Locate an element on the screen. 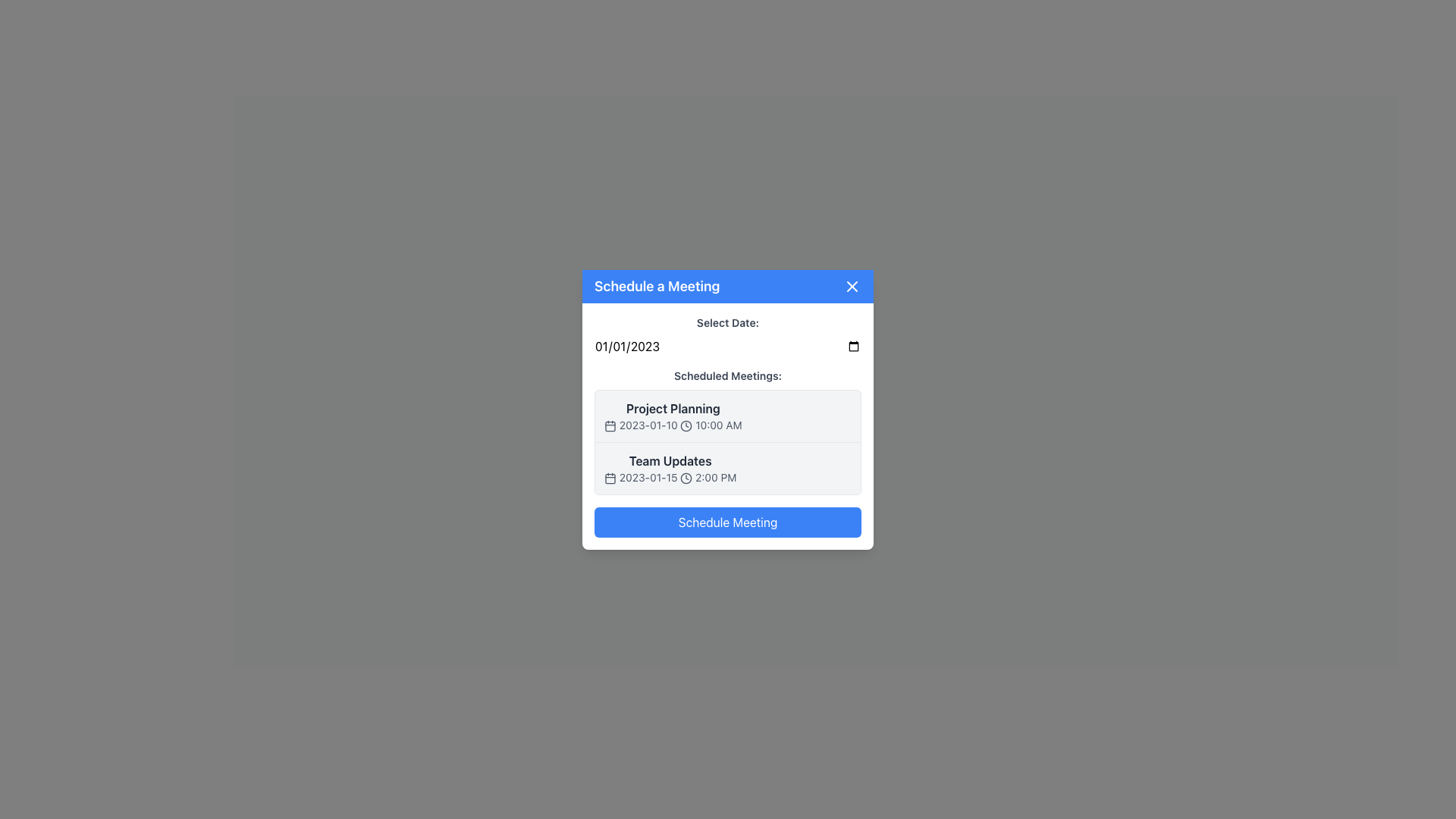  the 'Project Planning' text label, which is styled with medium bold dark gray font and is centered above the meeting details is located at coordinates (672, 407).